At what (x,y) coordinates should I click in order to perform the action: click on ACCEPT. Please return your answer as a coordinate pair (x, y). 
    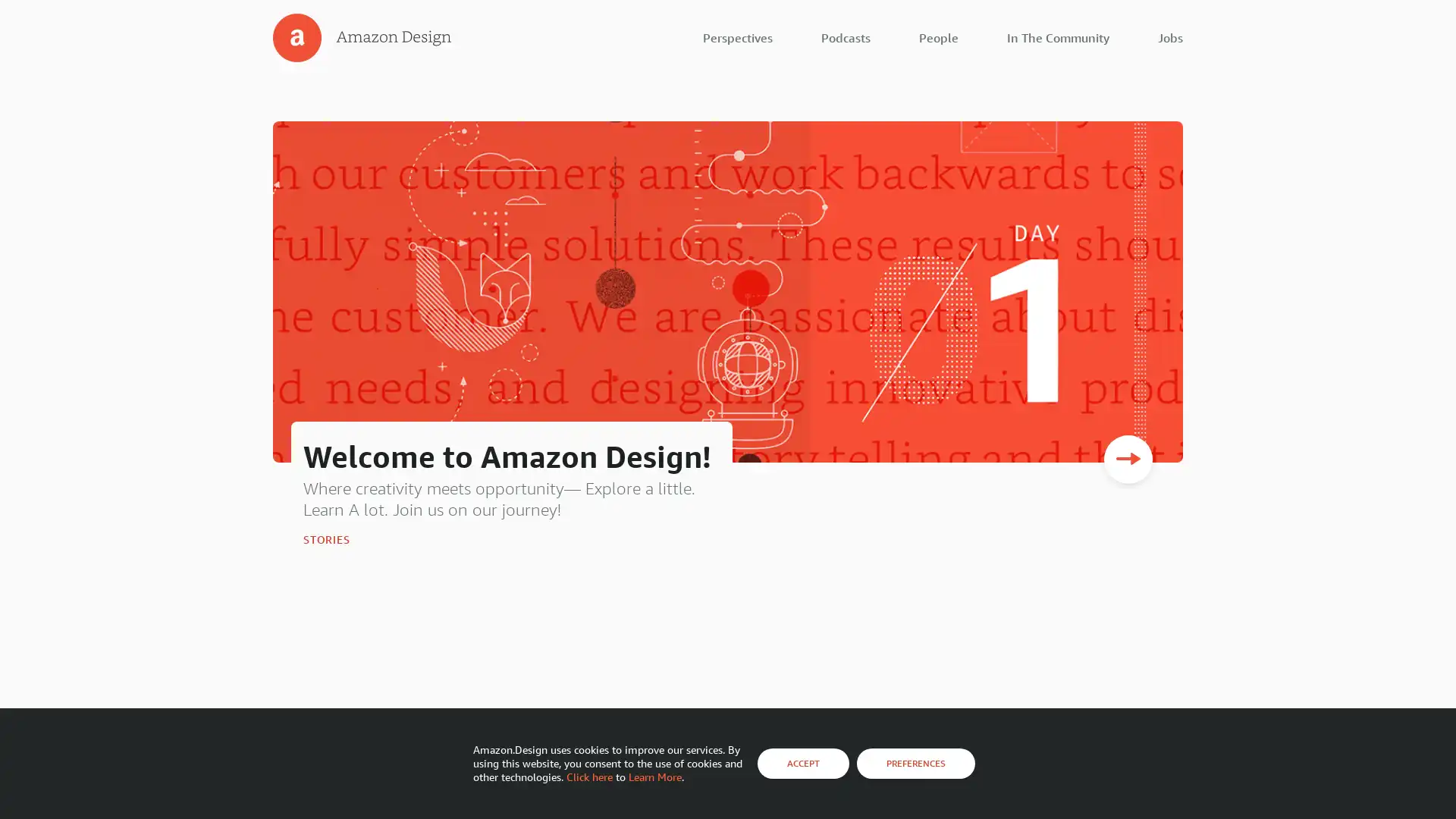
    Looking at the image, I should click on (802, 763).